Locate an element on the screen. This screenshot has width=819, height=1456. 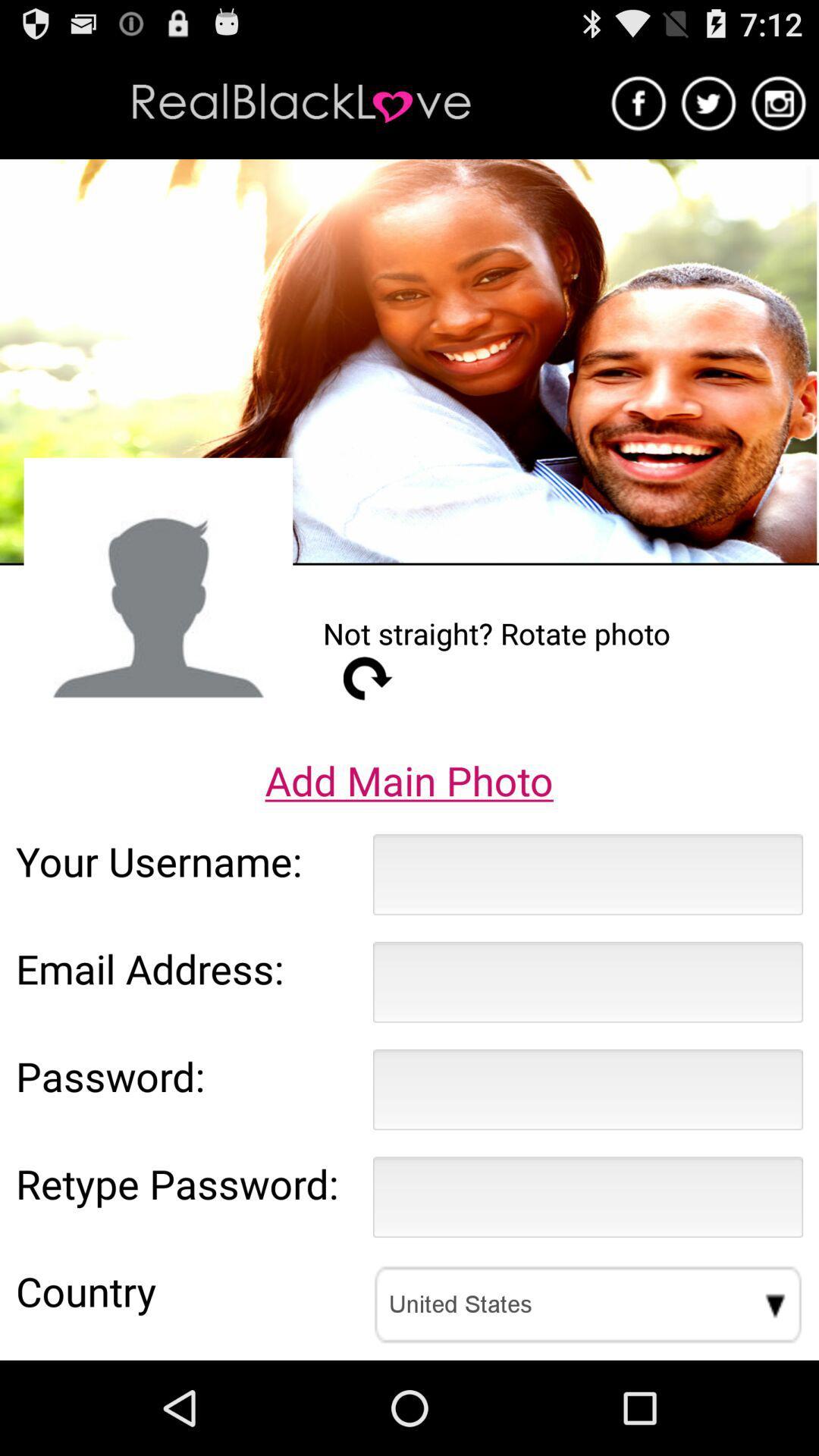
app above the add main photo item is located at coordinates (368, 677).